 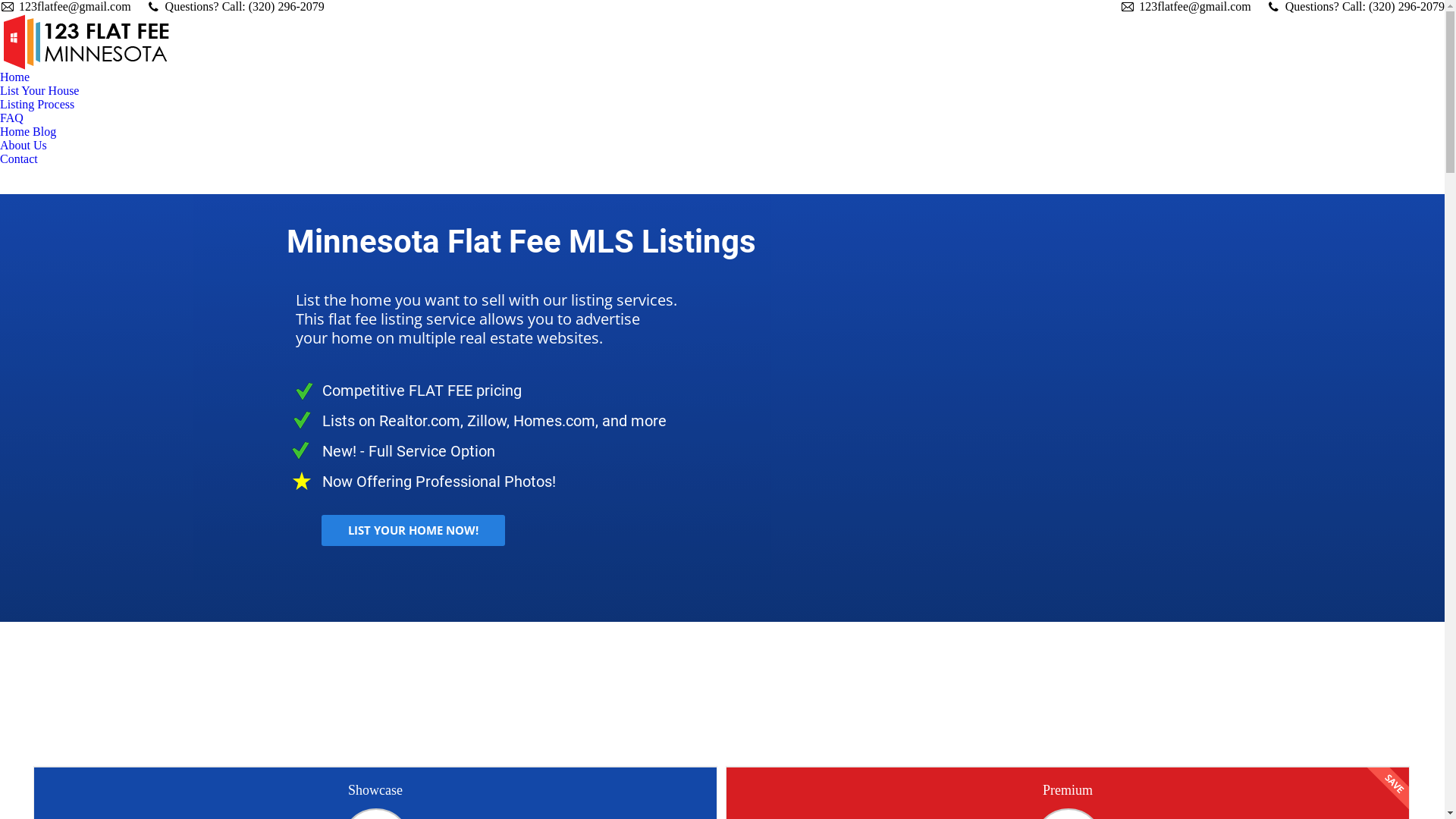 I want to click on 'Listing Process', so click(x=36, y=104).